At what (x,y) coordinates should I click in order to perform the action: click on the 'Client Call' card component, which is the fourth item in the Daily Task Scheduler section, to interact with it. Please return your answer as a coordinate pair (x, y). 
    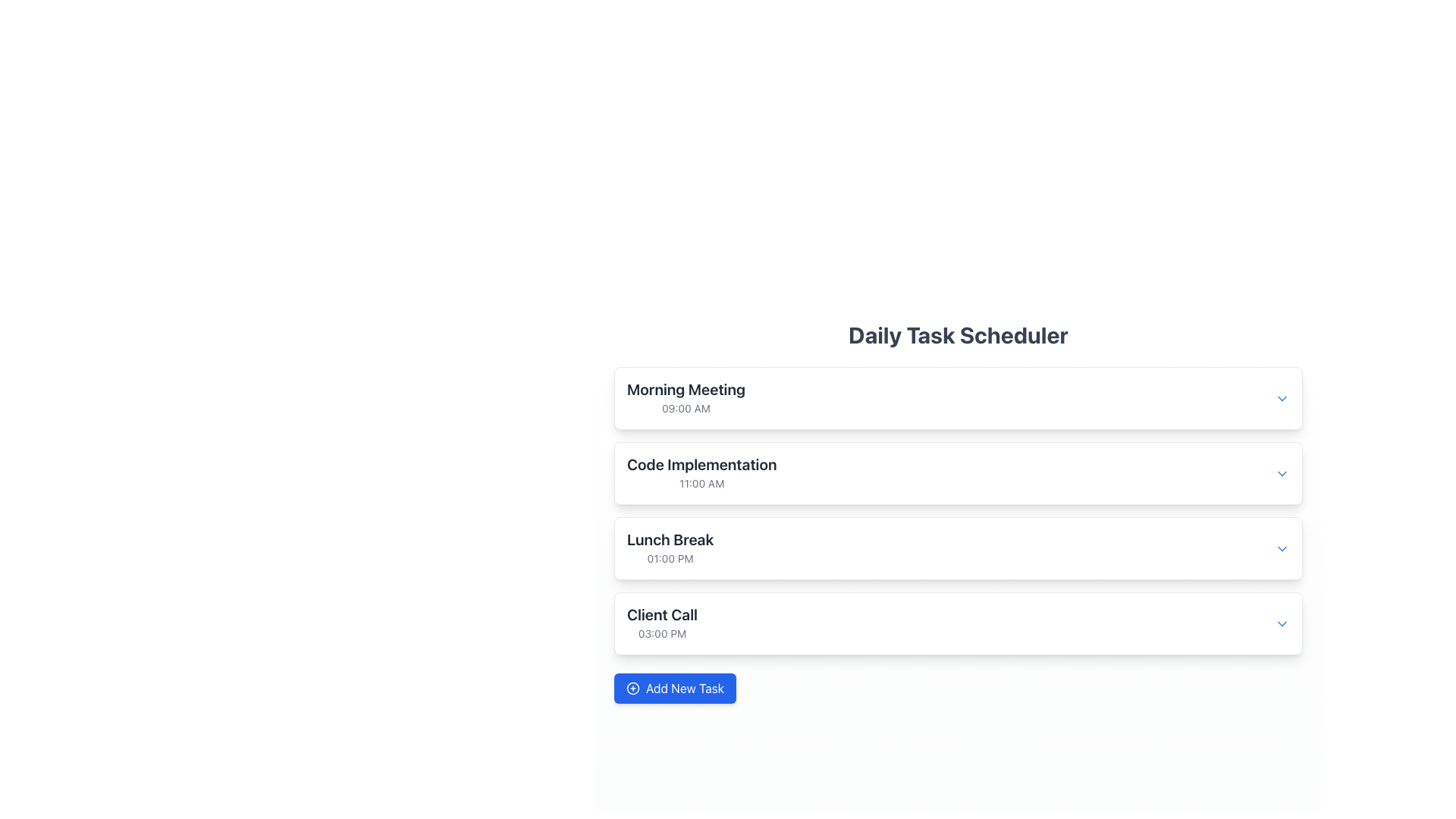
    Looking at the image, I should click on (957, 623).